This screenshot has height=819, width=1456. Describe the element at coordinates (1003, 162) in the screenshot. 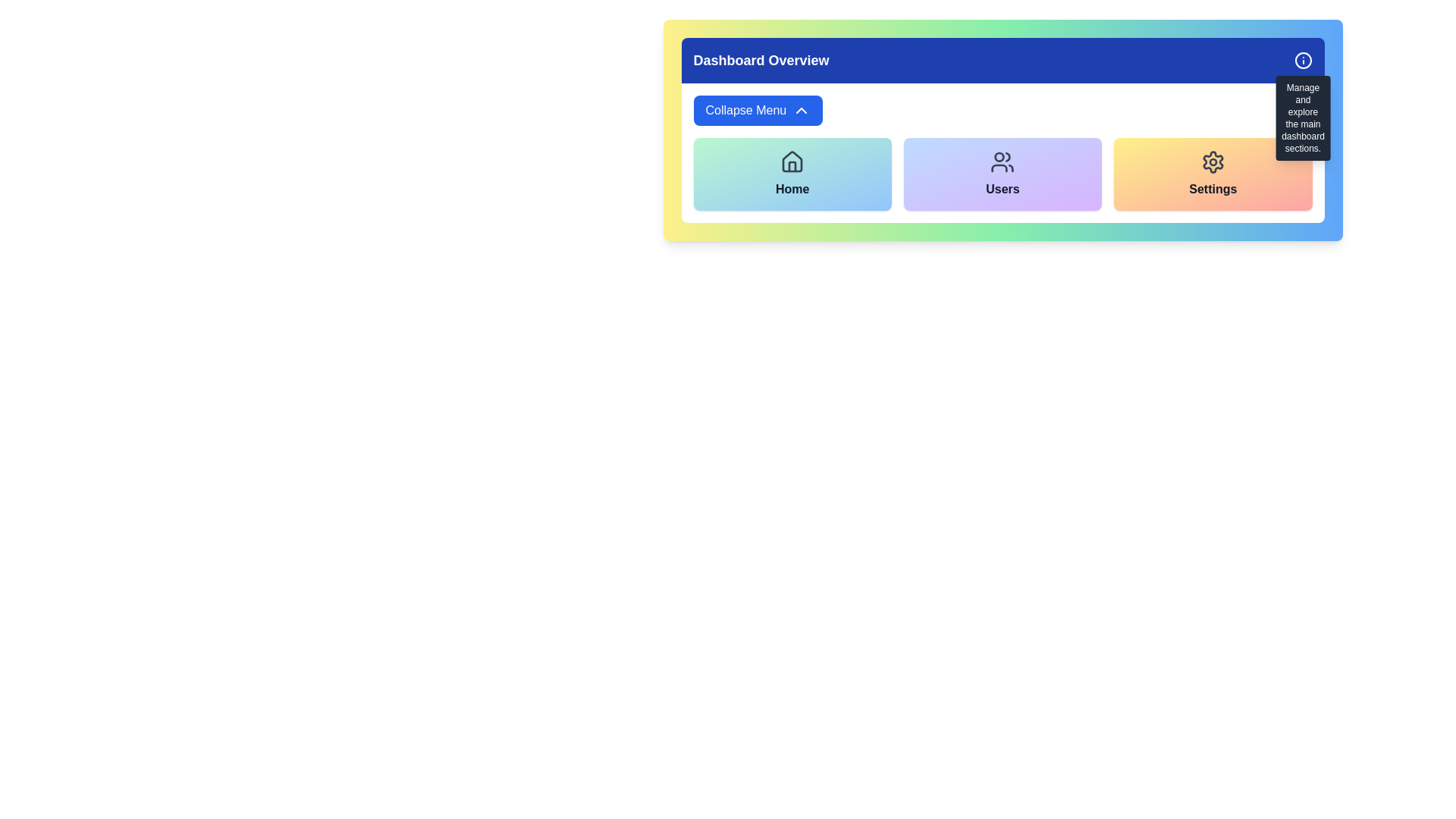

I see `the icon representing two persons, which is centrally located at the top of the 'Users' navigation card, to initiate interaction` at that location.